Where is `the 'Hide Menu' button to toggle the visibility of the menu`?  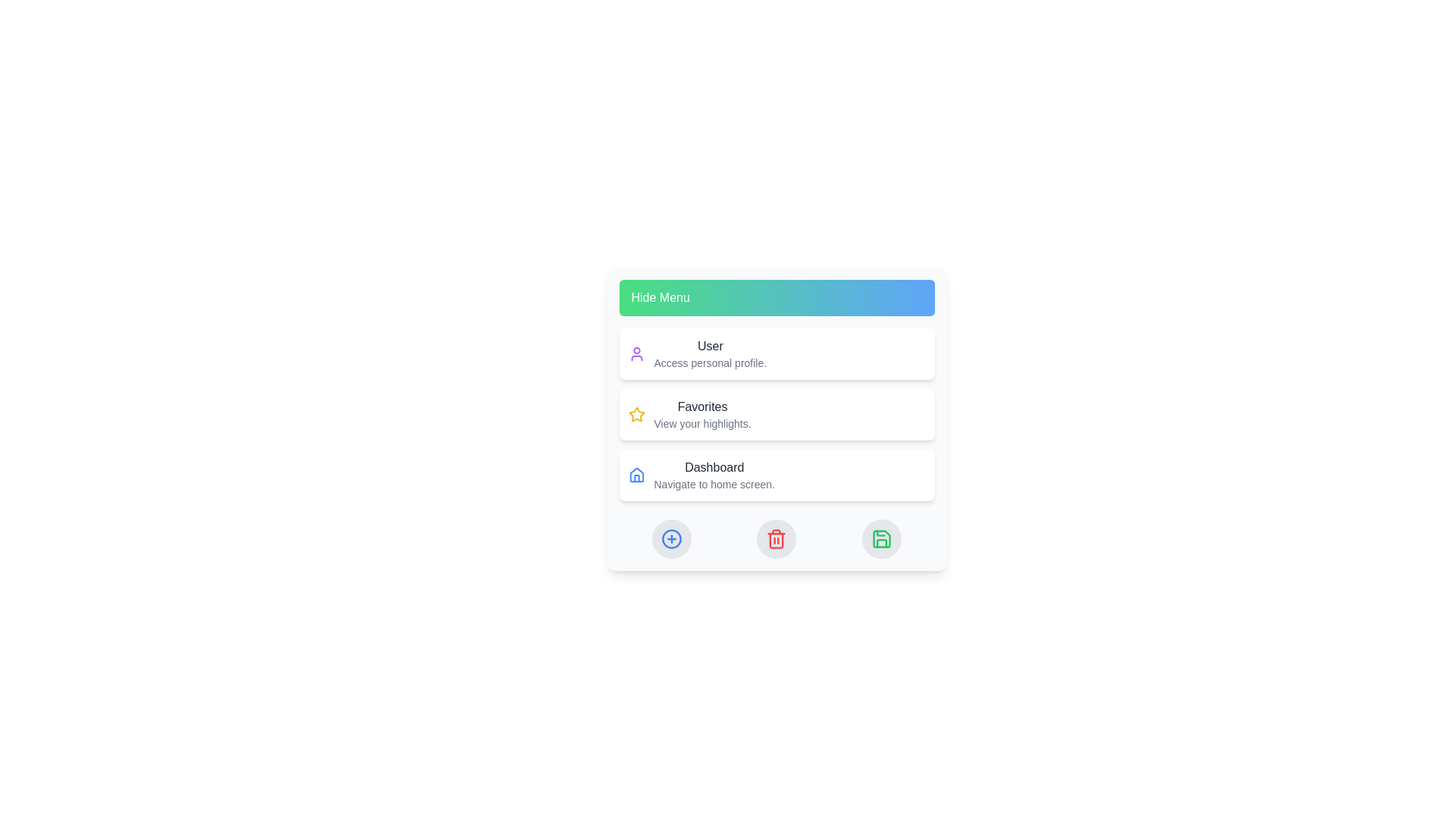
the 'Hide Menu' button to toggle the visibility of the menu is located at coordinates (777, 298).